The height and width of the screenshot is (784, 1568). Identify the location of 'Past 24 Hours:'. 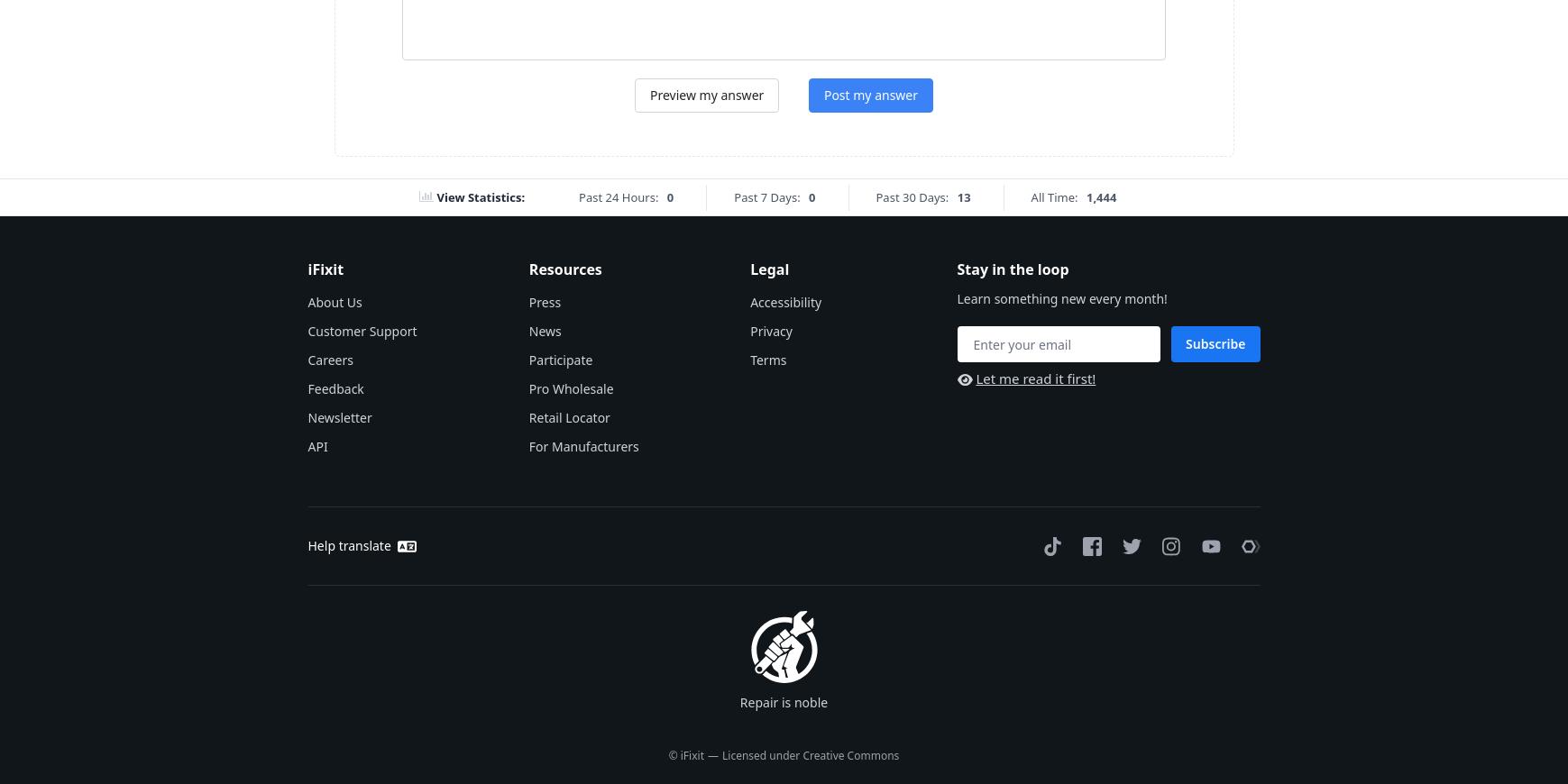
(618, 196).